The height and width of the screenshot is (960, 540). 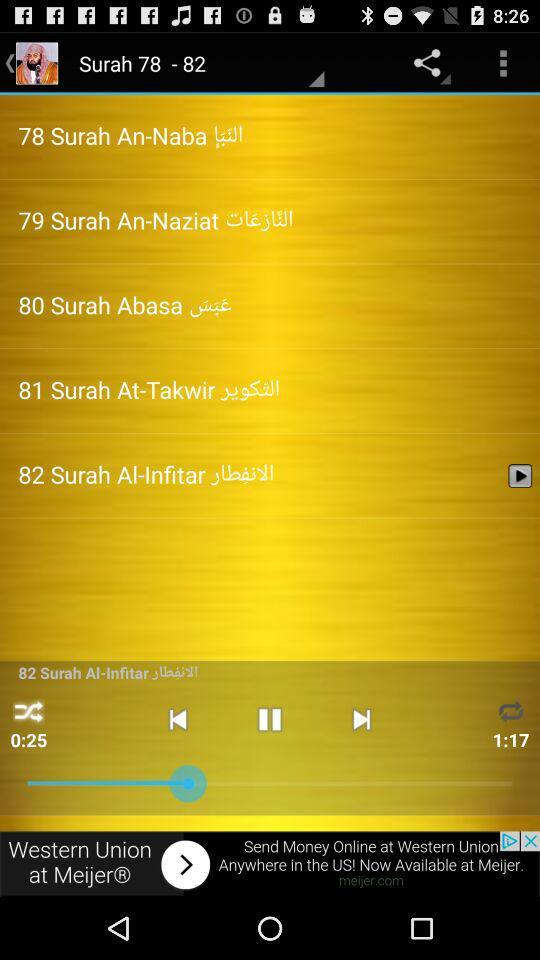 What do you see at coordinates (177, 768) in the screenshot?
I see `the skip_previous icon` at bounding box center [177, 768].